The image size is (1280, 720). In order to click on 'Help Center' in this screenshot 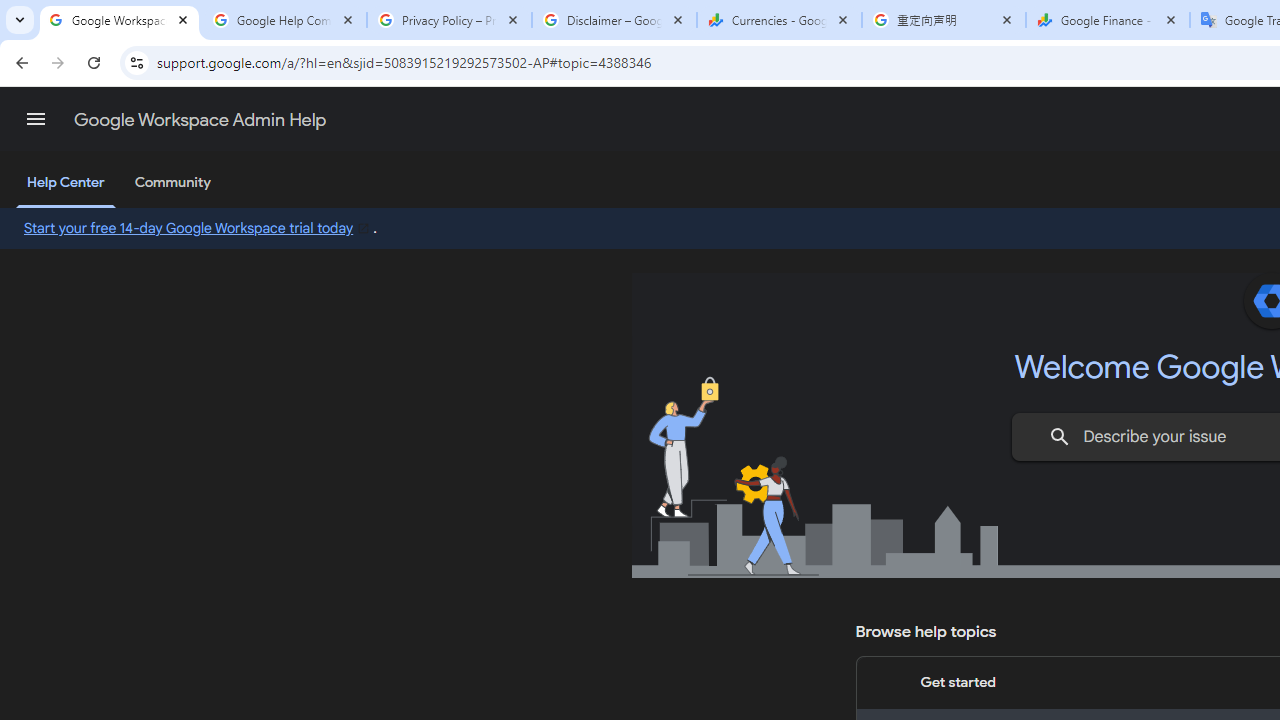, I will do `click(65, 183)`.